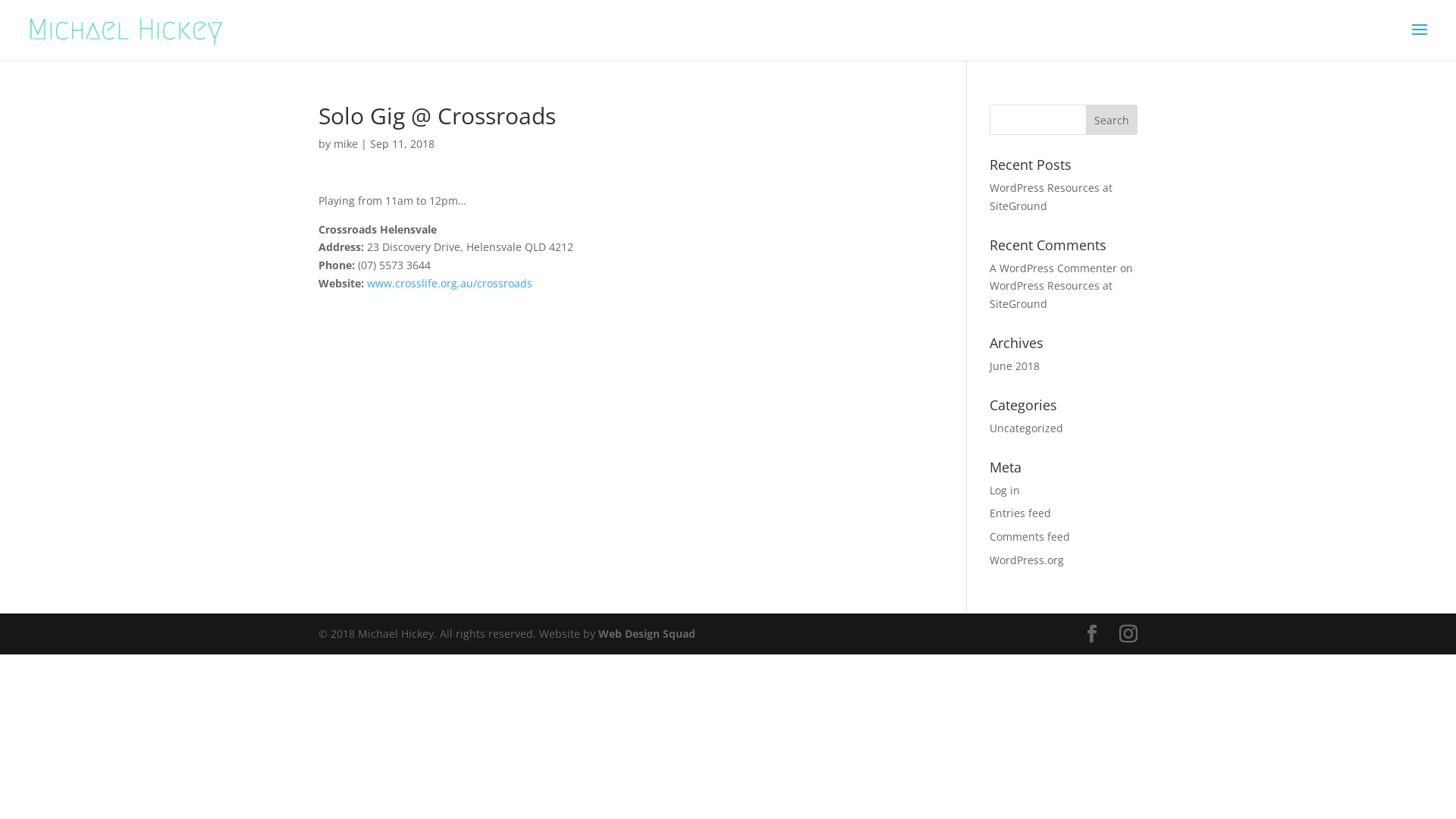 This screenshot has width=1456, height=819. I want to click on 'Web Design Squad', so click(647, 633).